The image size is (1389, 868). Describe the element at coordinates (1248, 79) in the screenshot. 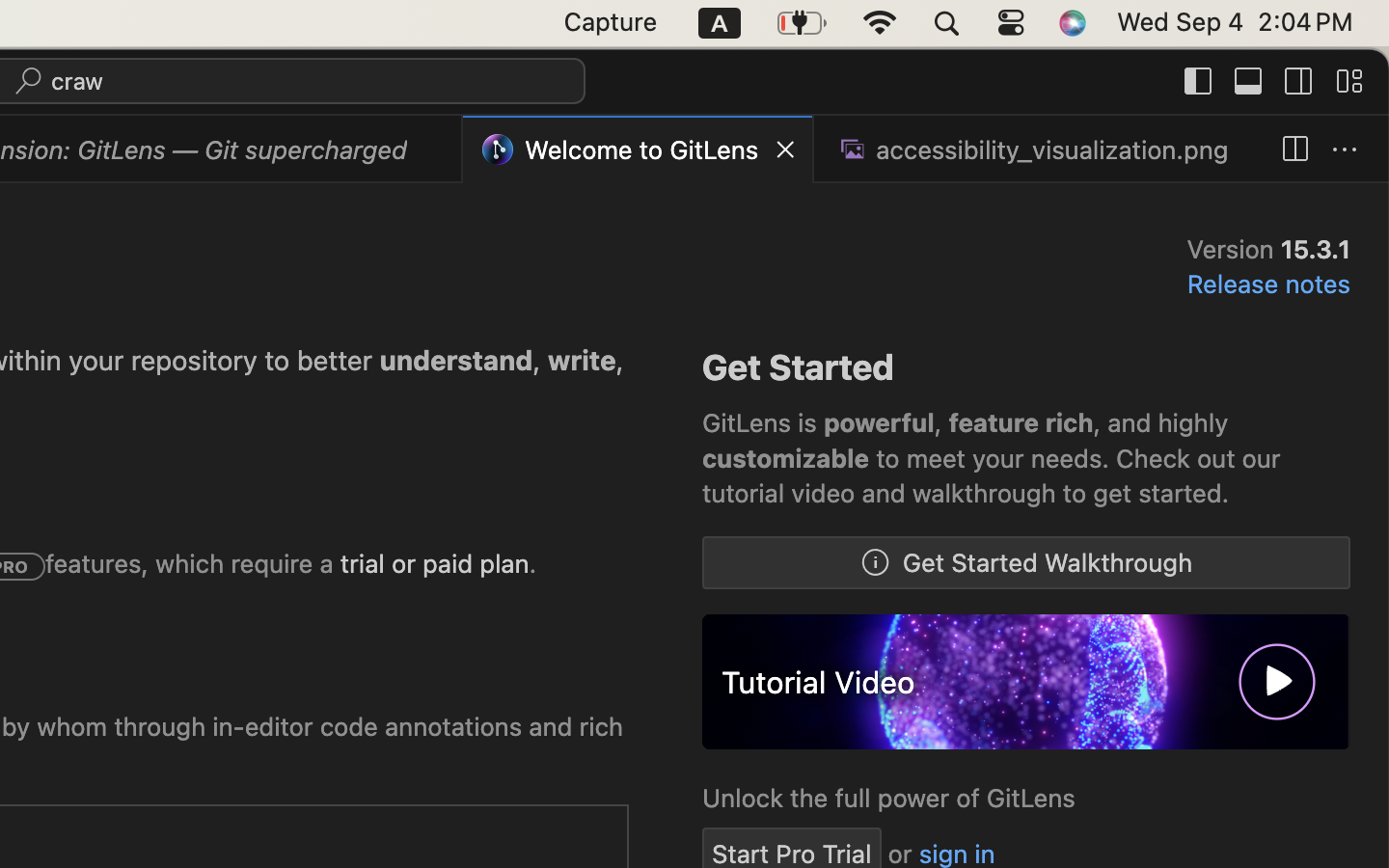

I see `''` at that location.